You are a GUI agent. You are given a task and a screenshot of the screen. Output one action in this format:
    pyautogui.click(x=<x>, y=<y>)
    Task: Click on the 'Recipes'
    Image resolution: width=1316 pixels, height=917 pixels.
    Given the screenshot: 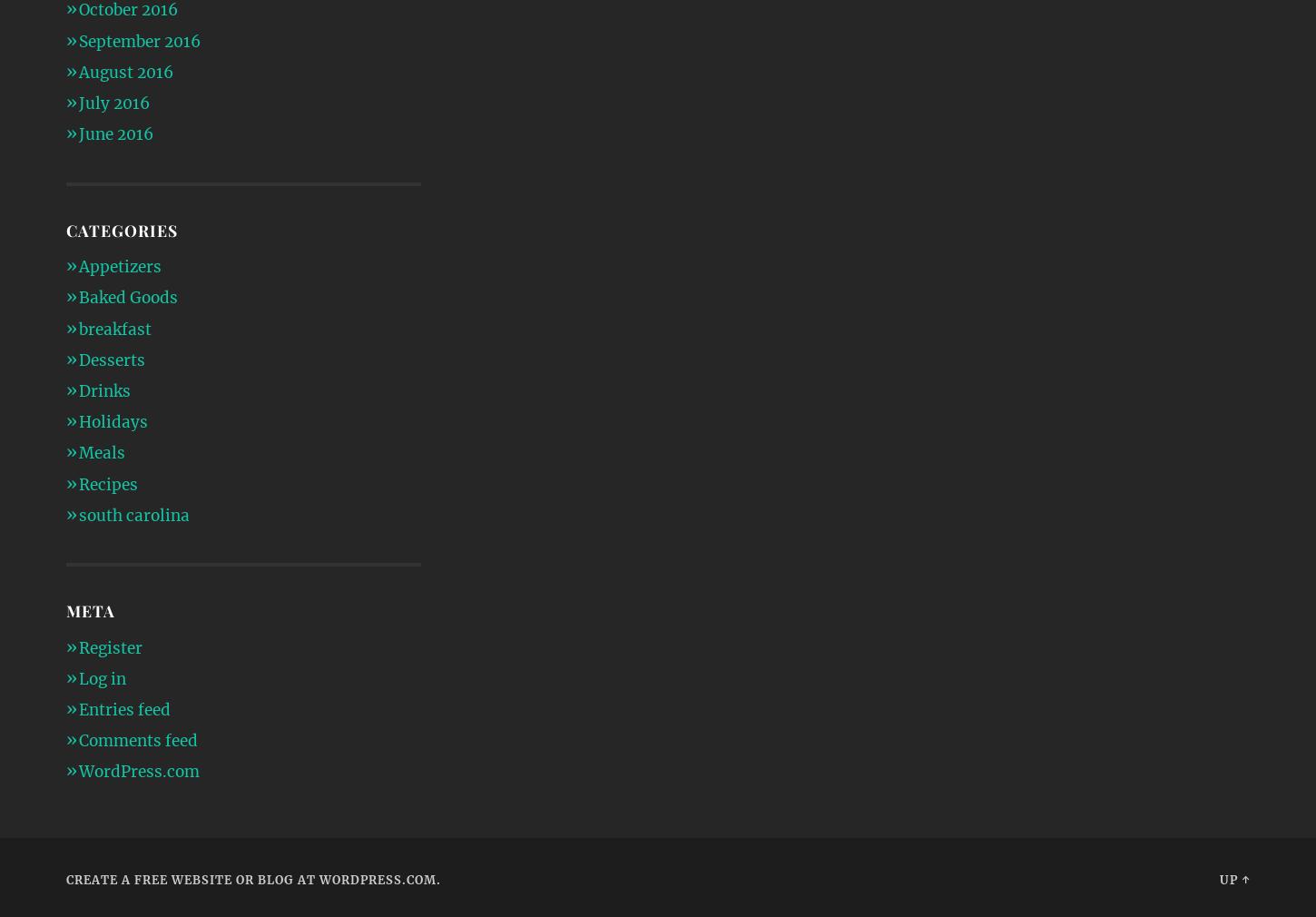 What is the action you would take?
    pyautogui.click(x=107, y=482)
    